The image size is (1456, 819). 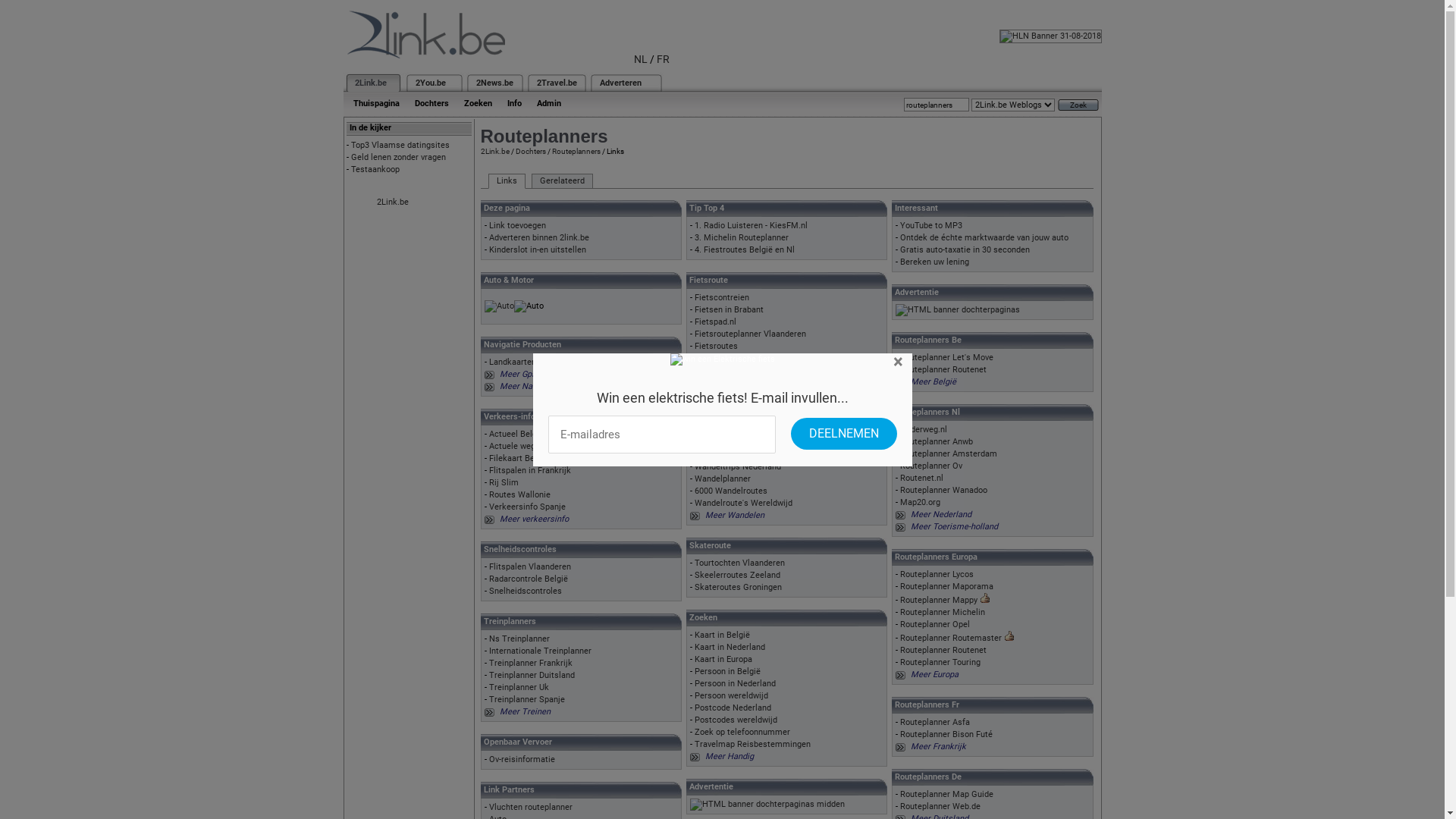 What do you see at coordinates (538, 237) in the screenshot?
I see `'Adverteren binnen 2link.be'` at bounding box center [538, 237].